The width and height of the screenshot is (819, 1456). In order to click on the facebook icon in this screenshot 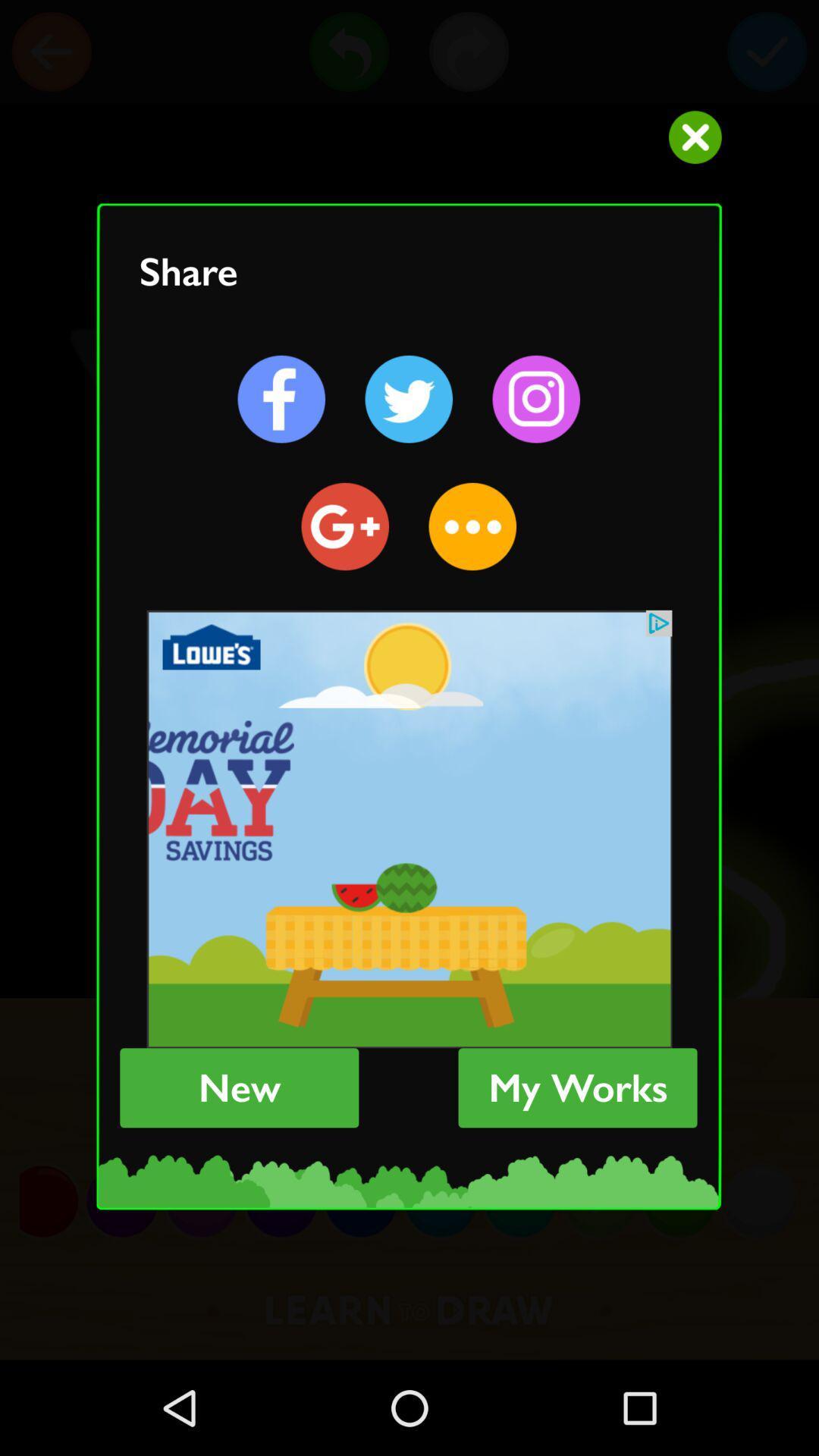, I will do `click(281, 399)`.